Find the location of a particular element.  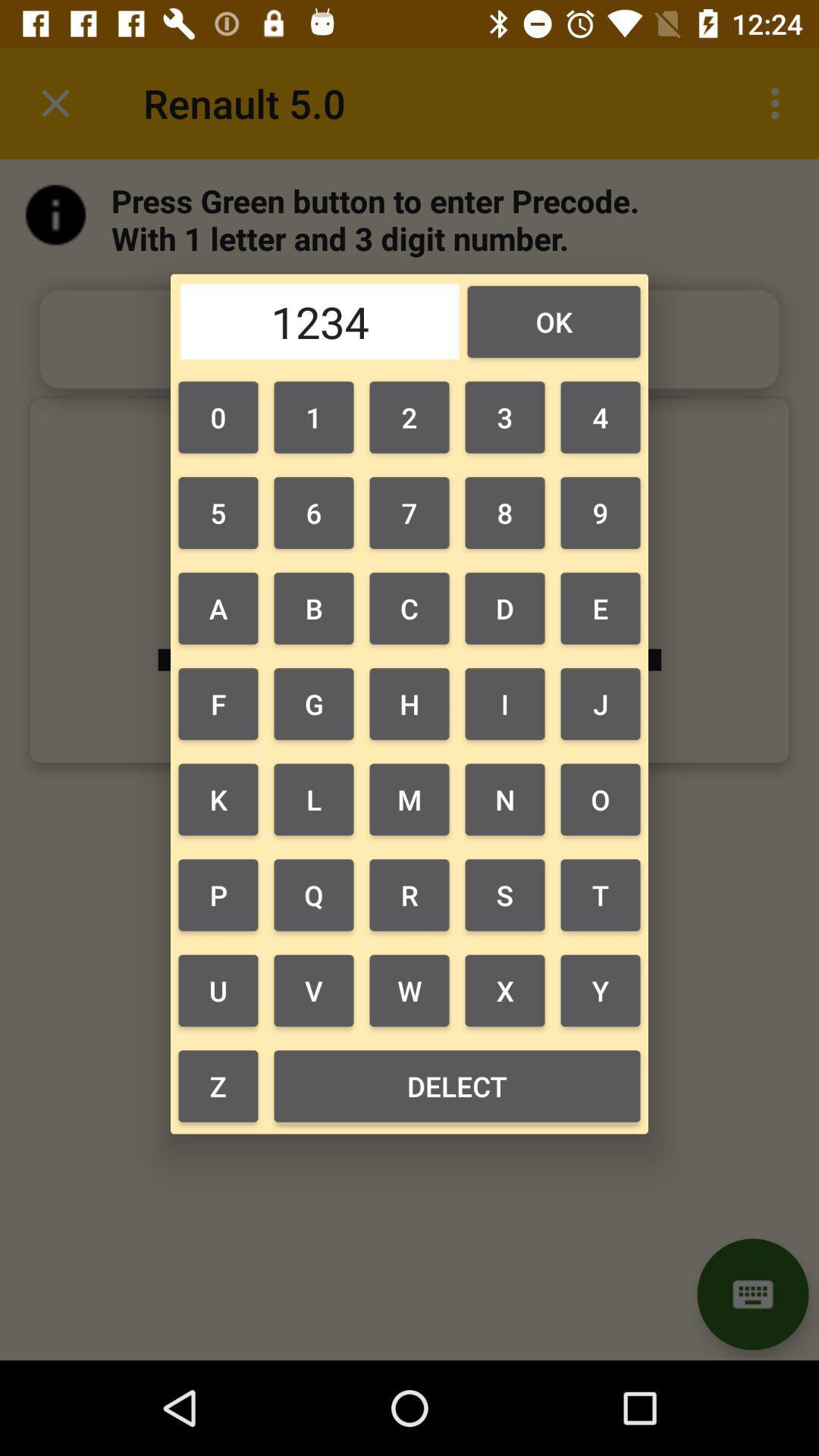

the icon below u is located at coordinates (456, 1085).